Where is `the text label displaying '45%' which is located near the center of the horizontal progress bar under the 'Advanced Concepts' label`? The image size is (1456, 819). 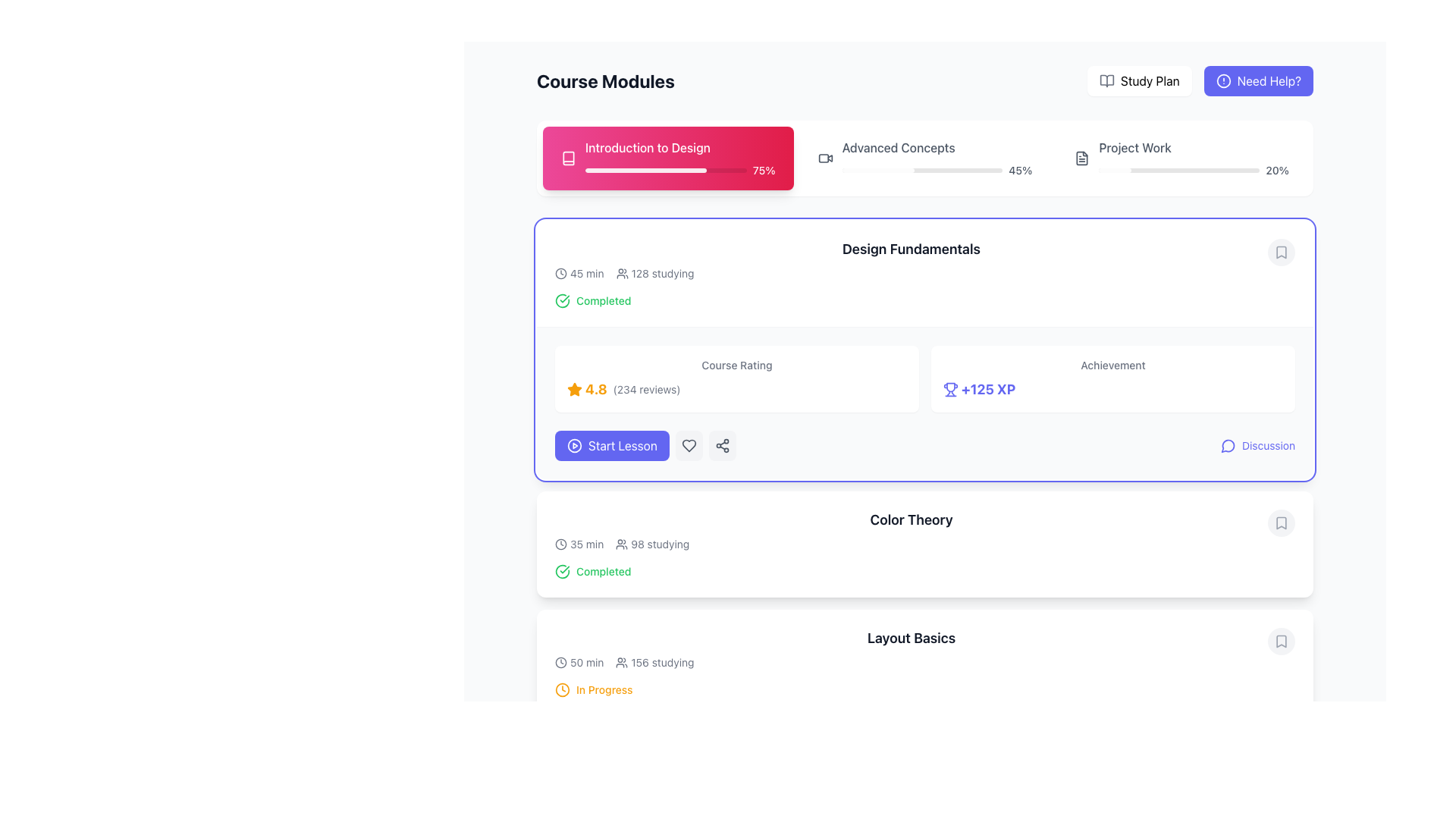 the text label displaying '45%' which is located near the center of the horizontal progress bar under the 'Advanced Concepts' label is located at coordinates (1020, 170).